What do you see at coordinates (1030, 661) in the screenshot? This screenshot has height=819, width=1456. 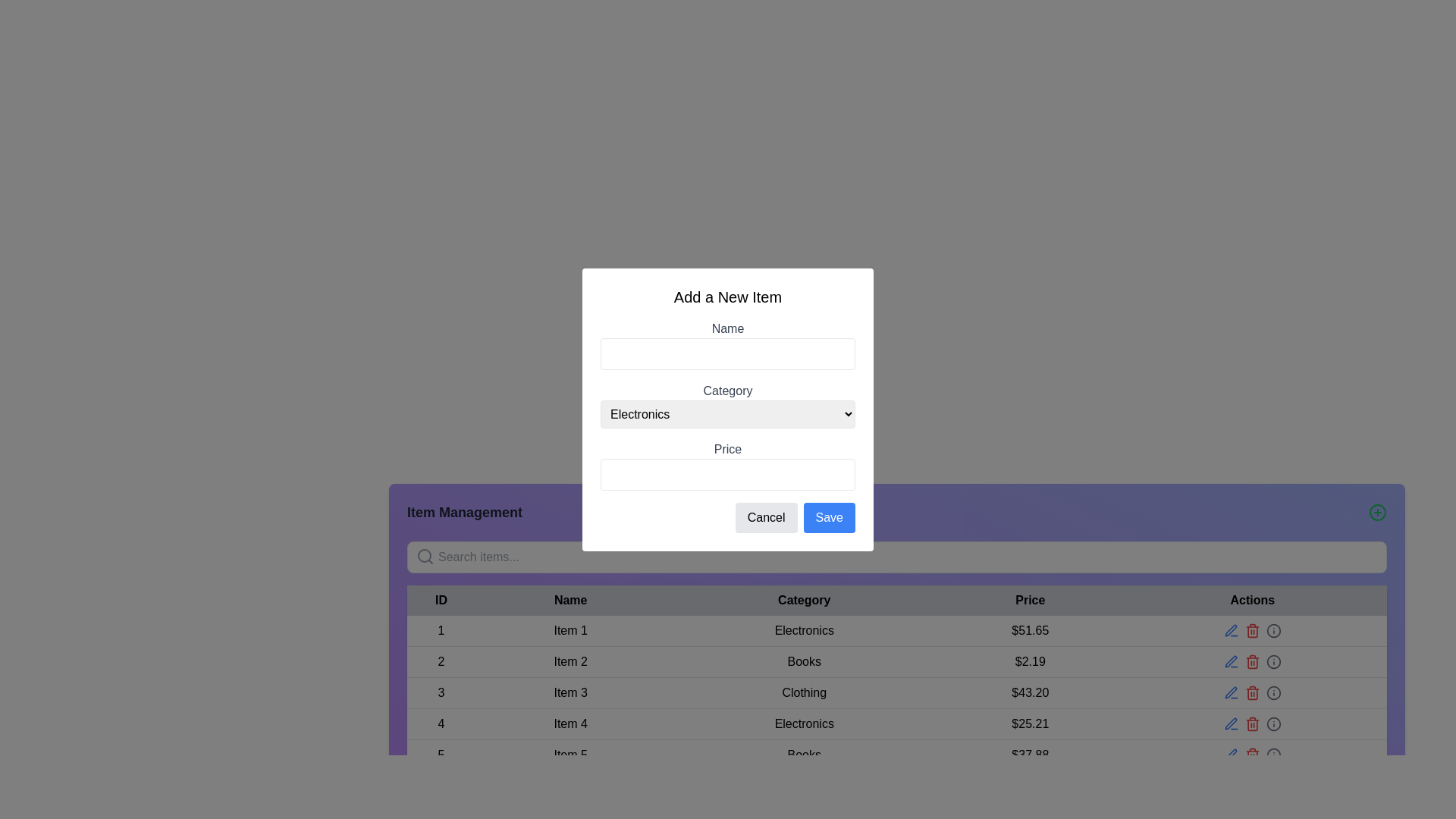 I see `the price text label for 'Item 2' in the table, located under the 'Price' column, which displays the item's price` at bounding box center [1030, 661].